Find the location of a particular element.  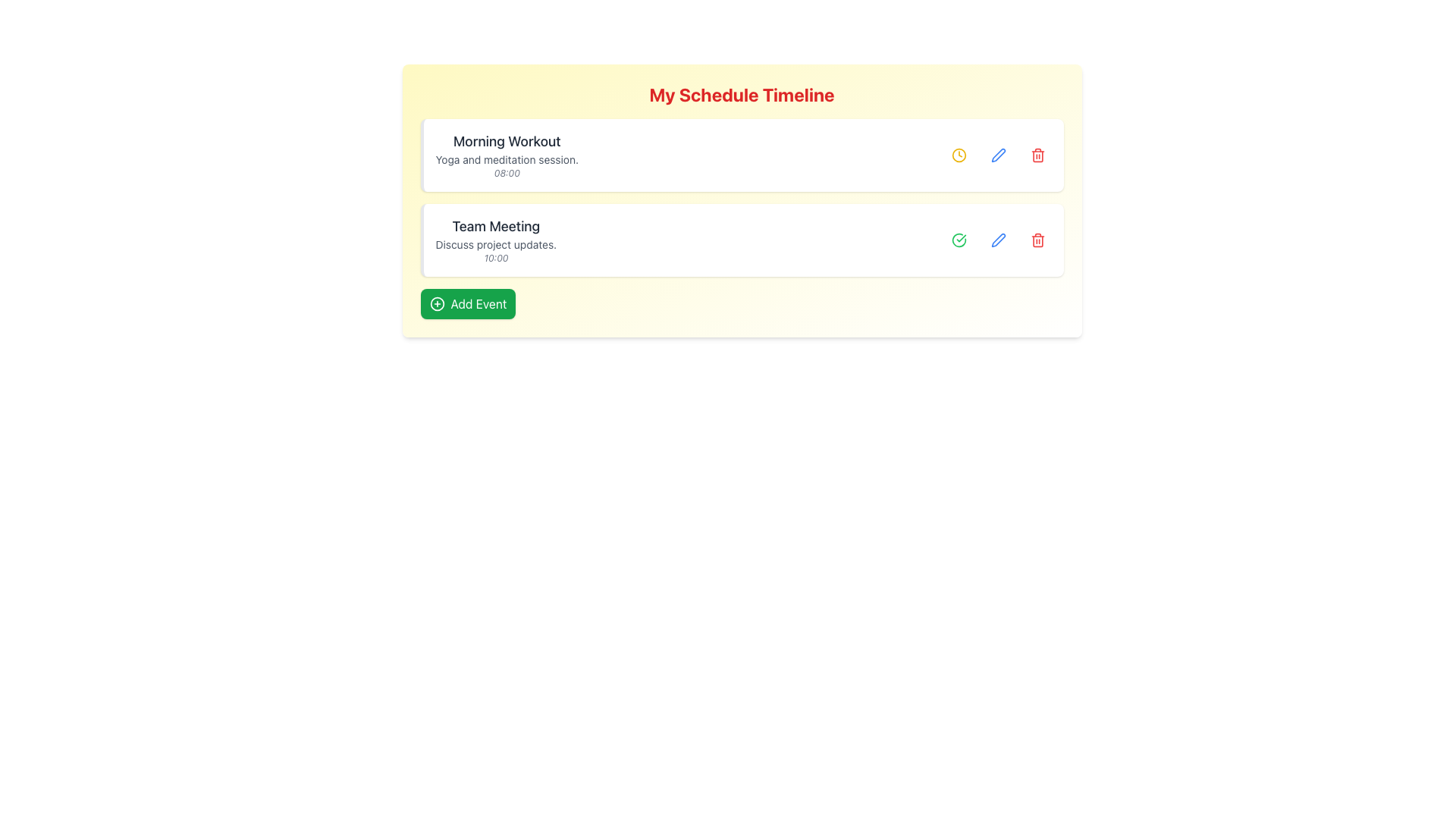

contents of the textual display box that shows information about the scheduled event, located between the 'Morning Workout' entry and the 'Add Event' button in the timeline is located at coordinates (496, 239).